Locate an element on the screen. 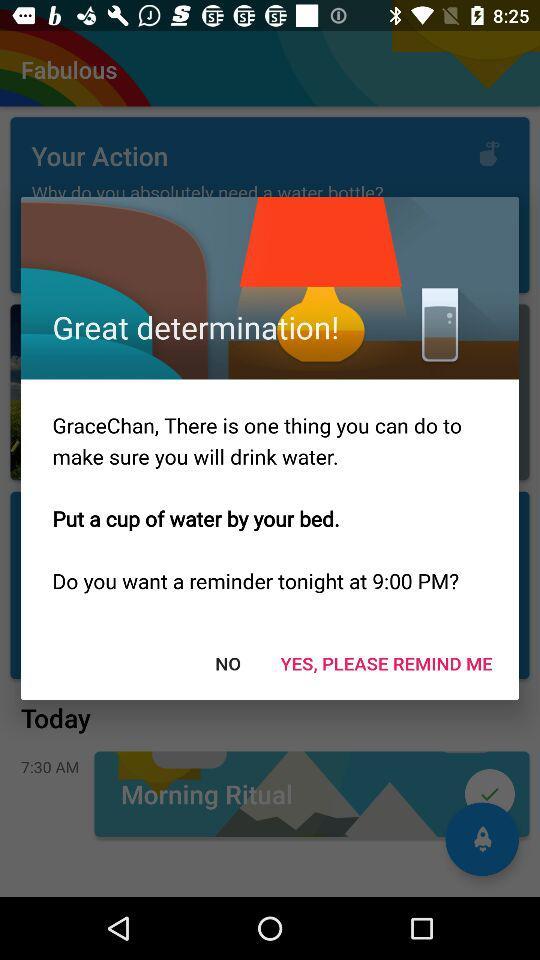 Image resolution: width=540 pixels, height=960 pixels. the icon to the left of the yes please remind item is located at coordinates (226, 663).